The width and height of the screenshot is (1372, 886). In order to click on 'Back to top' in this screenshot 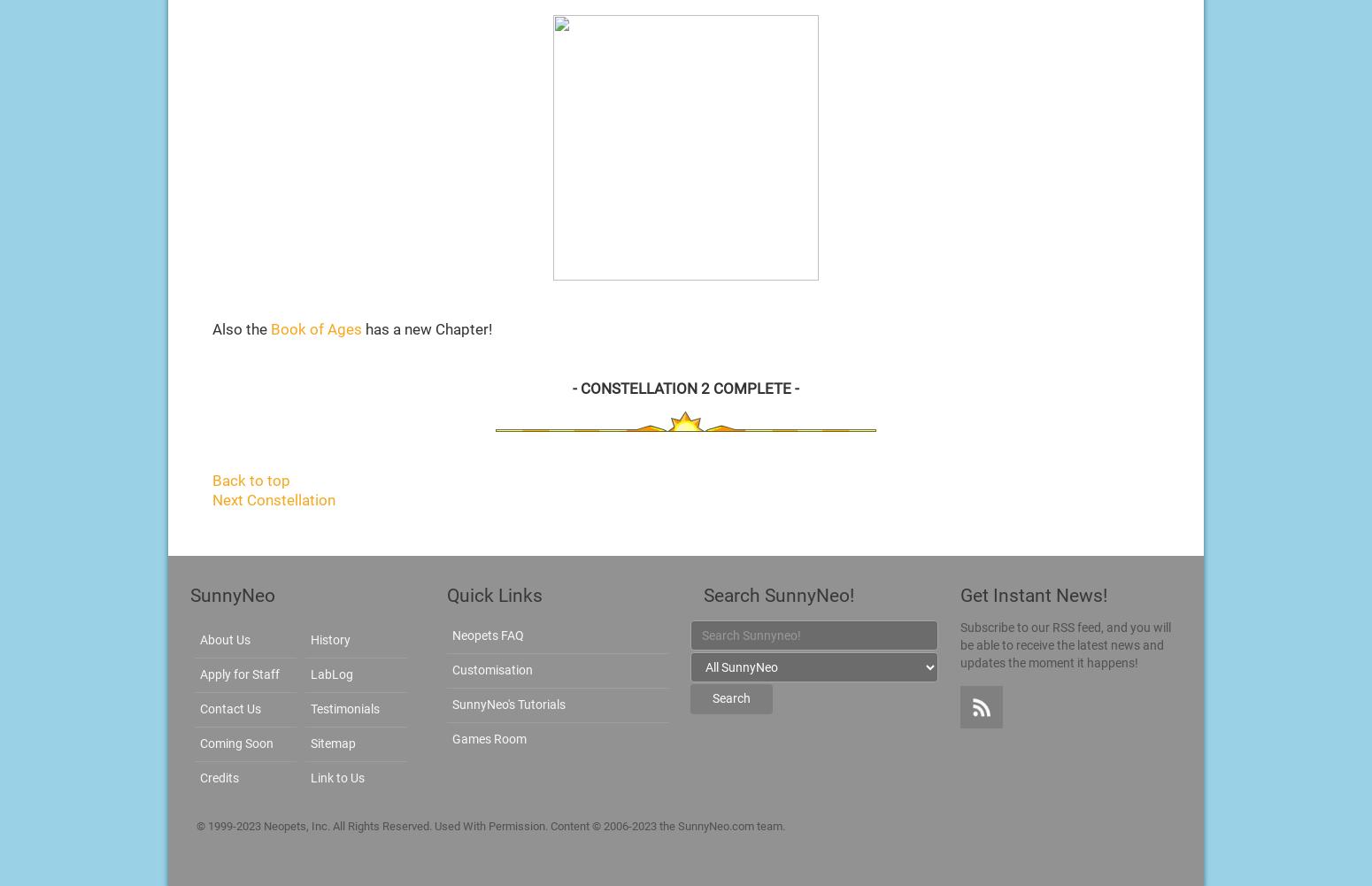, I will do `click(212, 479)`.